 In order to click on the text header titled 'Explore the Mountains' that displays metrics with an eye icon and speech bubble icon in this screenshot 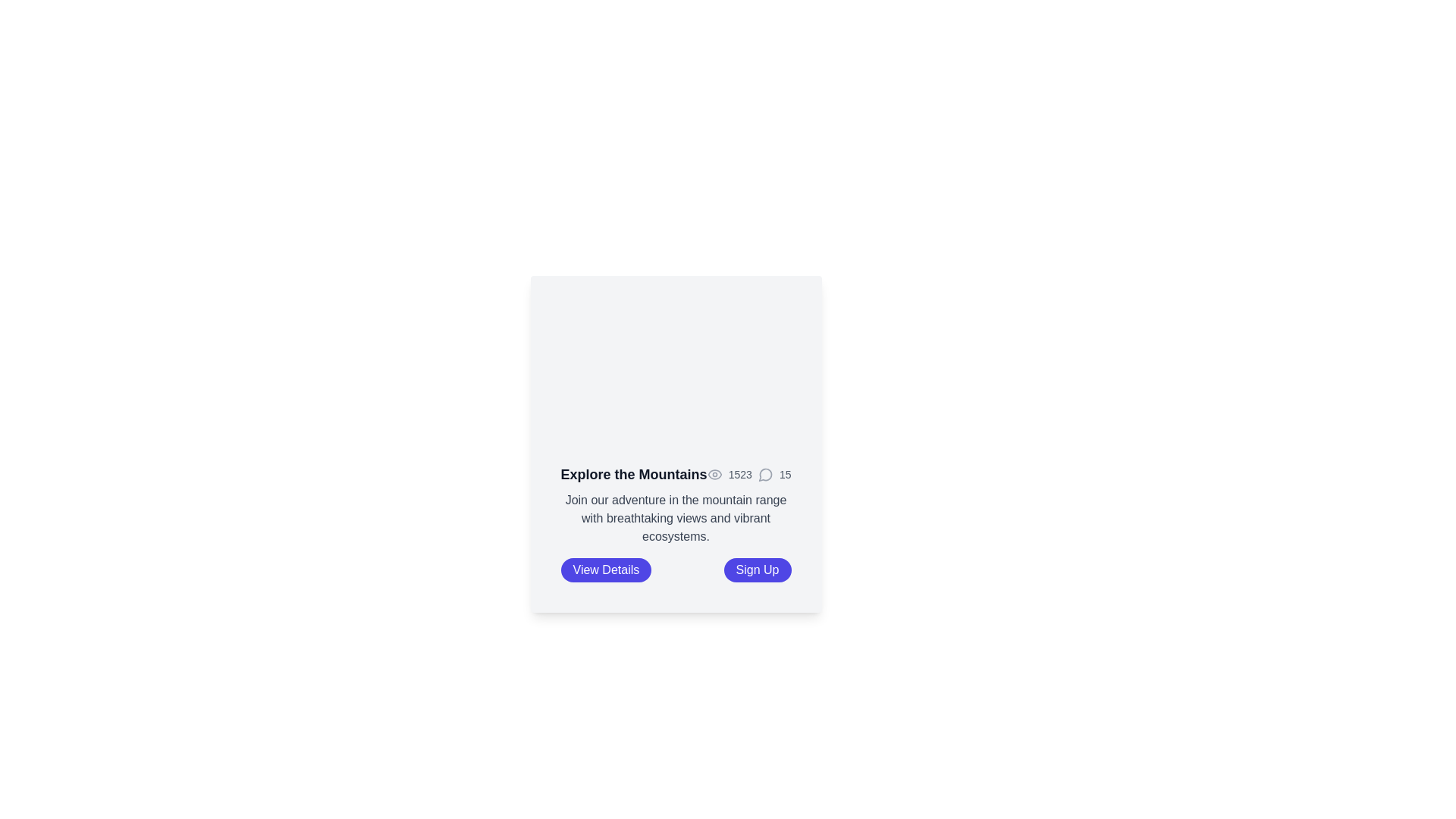, I will do `click(675, 473)`.